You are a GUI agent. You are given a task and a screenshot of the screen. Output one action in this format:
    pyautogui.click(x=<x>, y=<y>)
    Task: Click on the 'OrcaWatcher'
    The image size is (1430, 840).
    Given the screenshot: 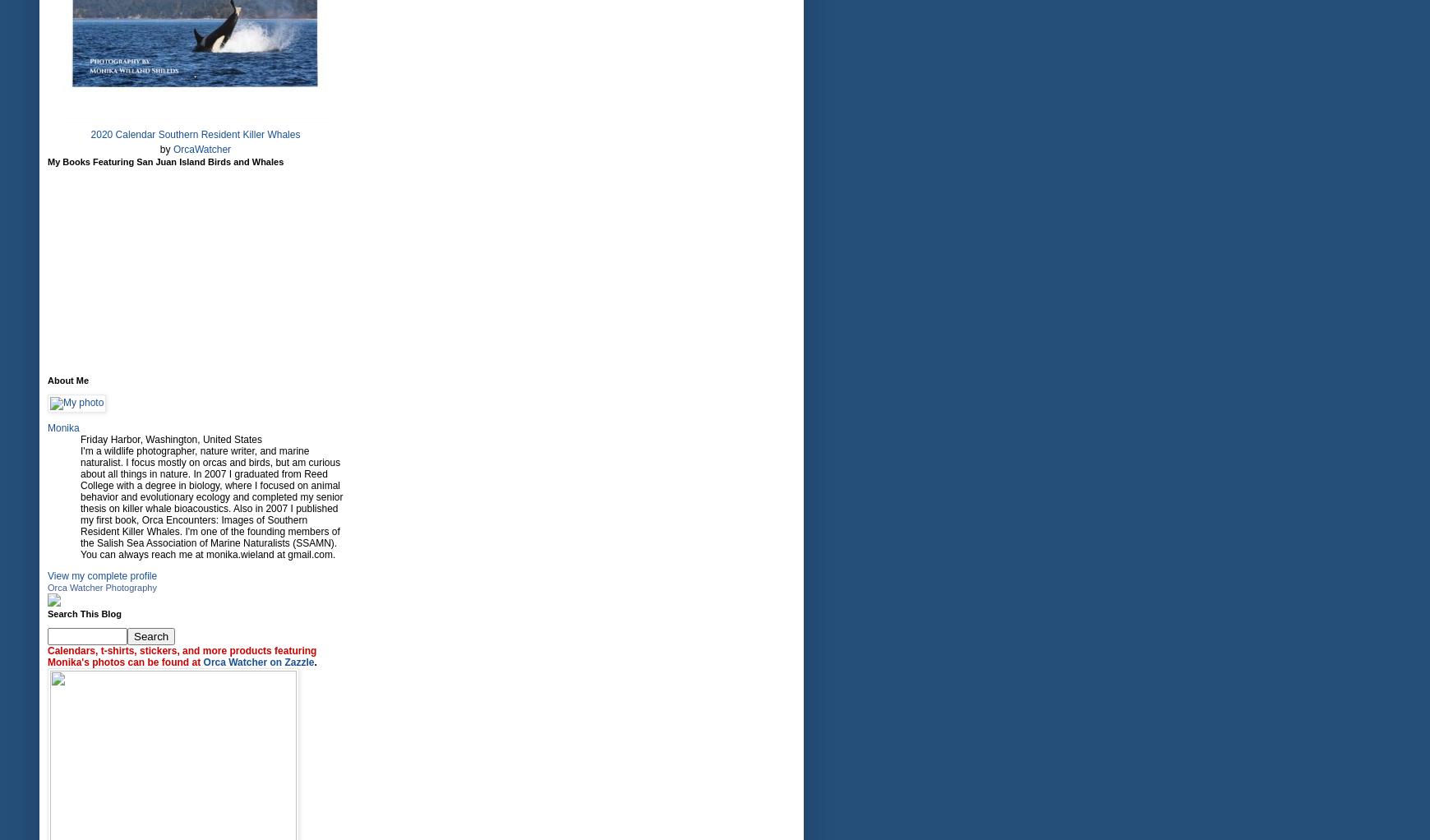 What is the action you would take?
    pyautogui.click(x=201, y=149)
    